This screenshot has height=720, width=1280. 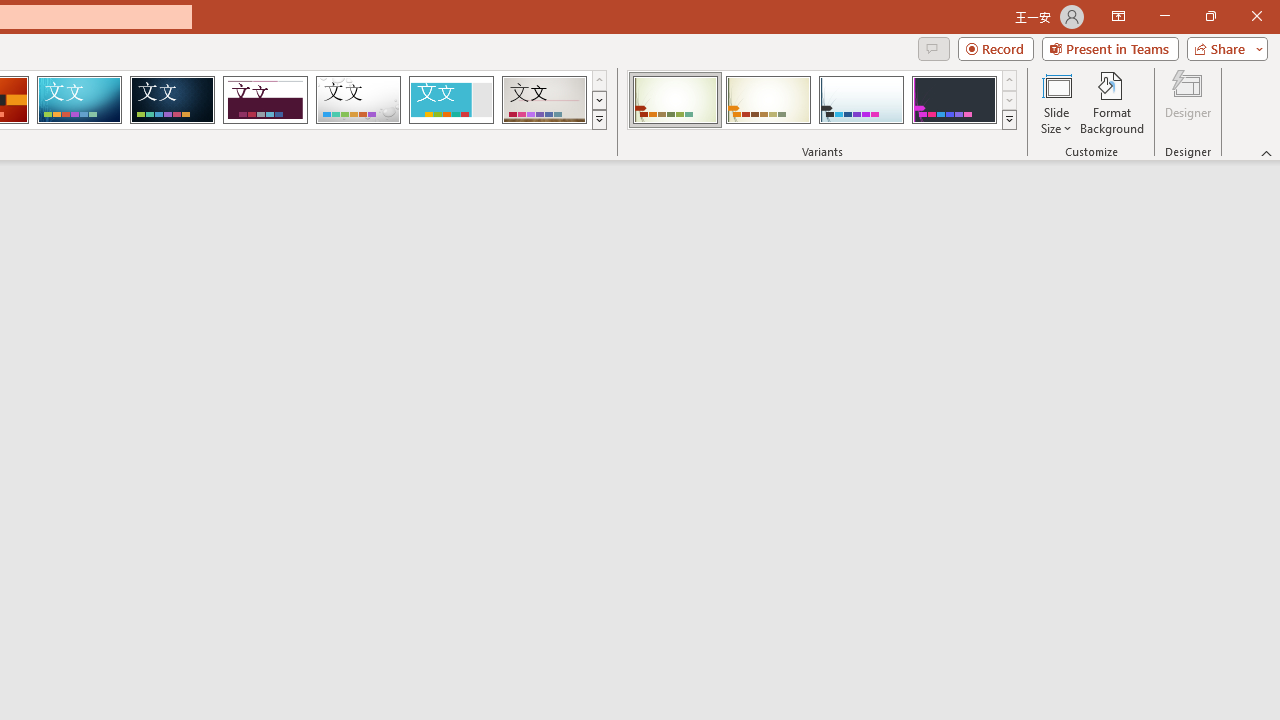 I want to click on 'Wisp Variant 2', so click(x=767, y=100).